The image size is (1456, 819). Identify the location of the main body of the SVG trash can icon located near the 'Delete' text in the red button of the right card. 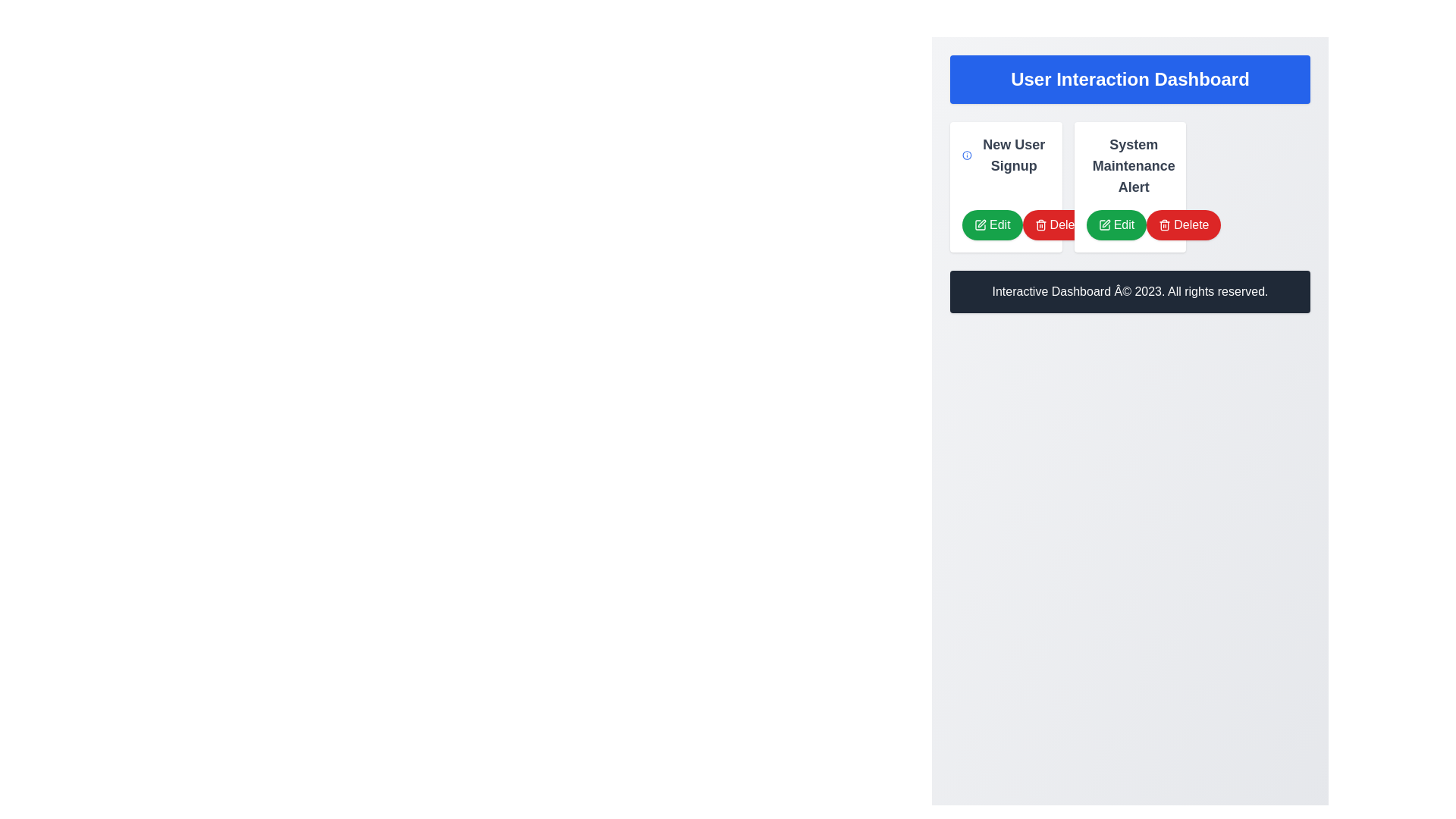
(1040, 226).